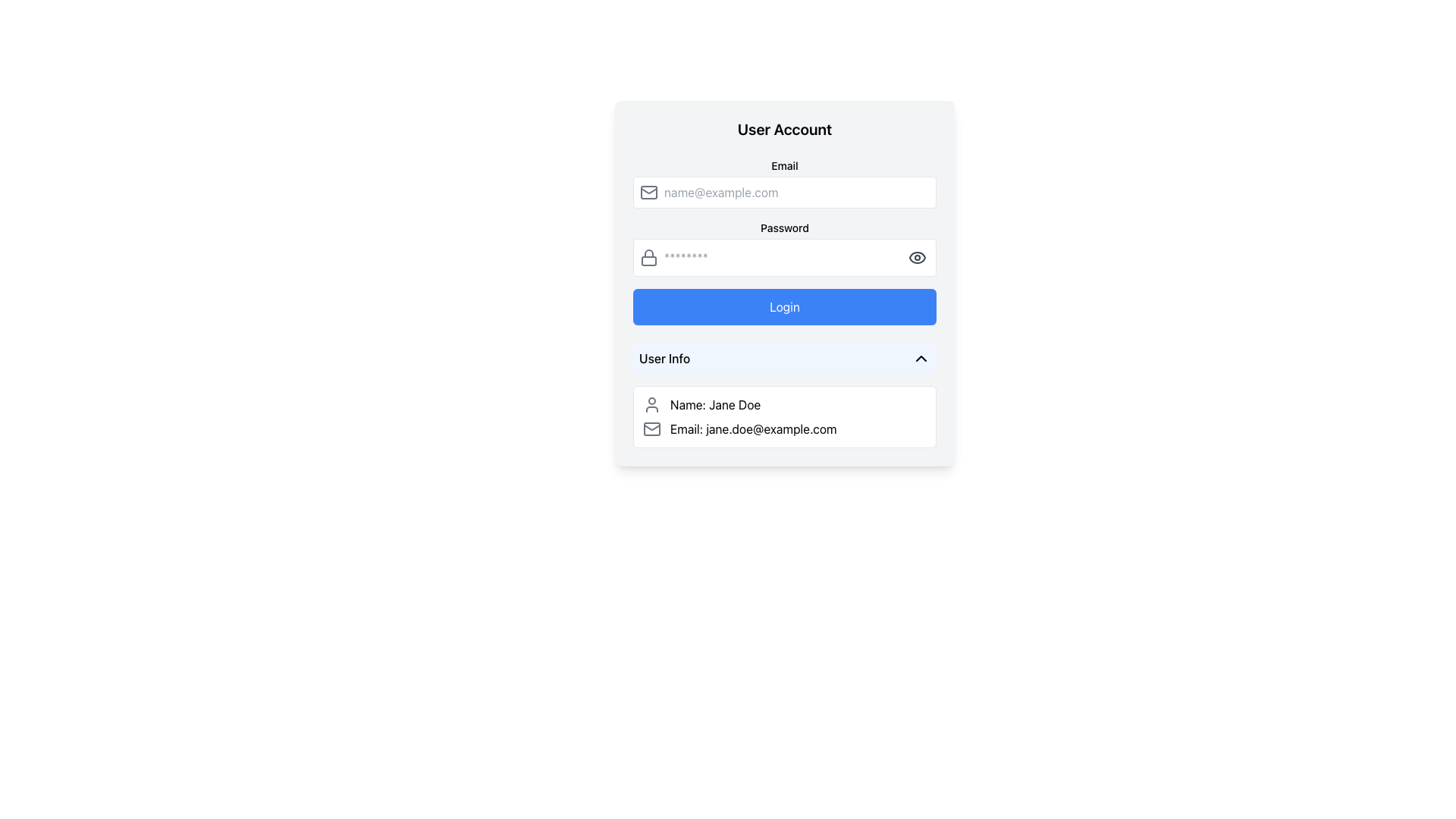  I want to click on the submission button located at the bottom of the login form, so click(785, 307).